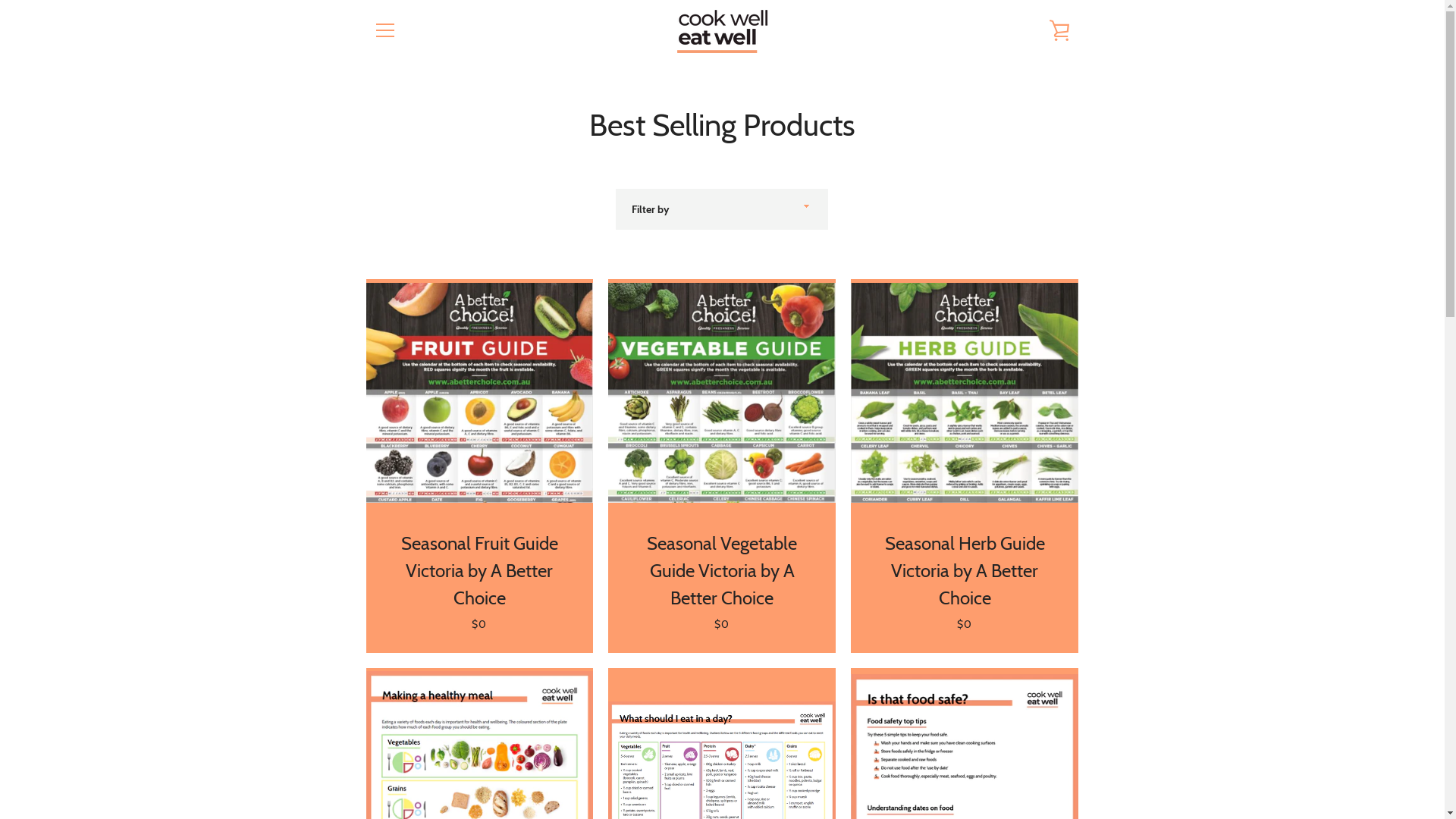  Describe the element at coordinates (0, 0) in the screenshot. I see `'Skip to content'` at that location.